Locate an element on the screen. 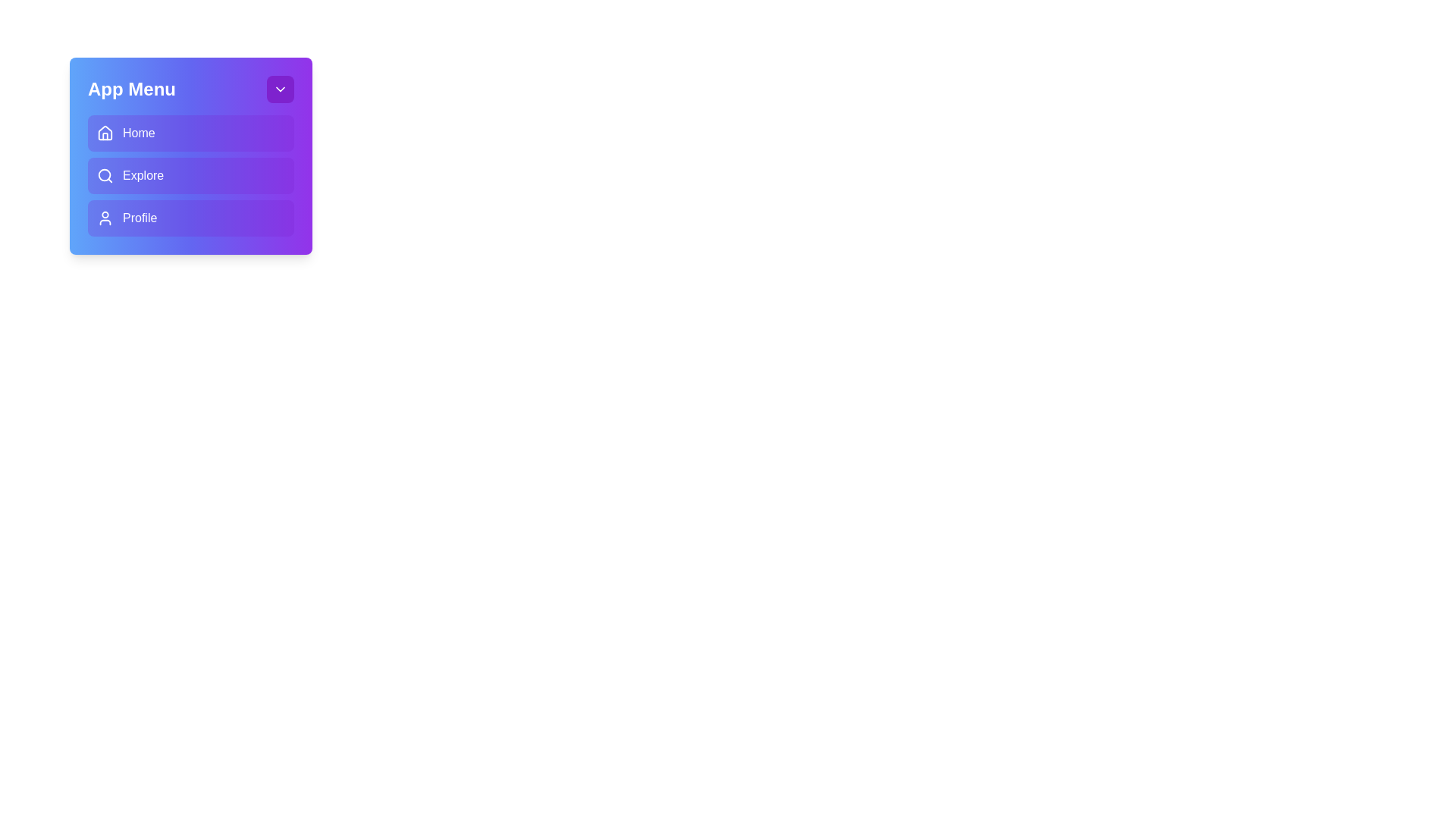 This screenshot has width=1456, height=819. the Home icon in the top row of the vertical navigation menu, which serves as a visual indicator for the main page is located at coordinates (105, 131).